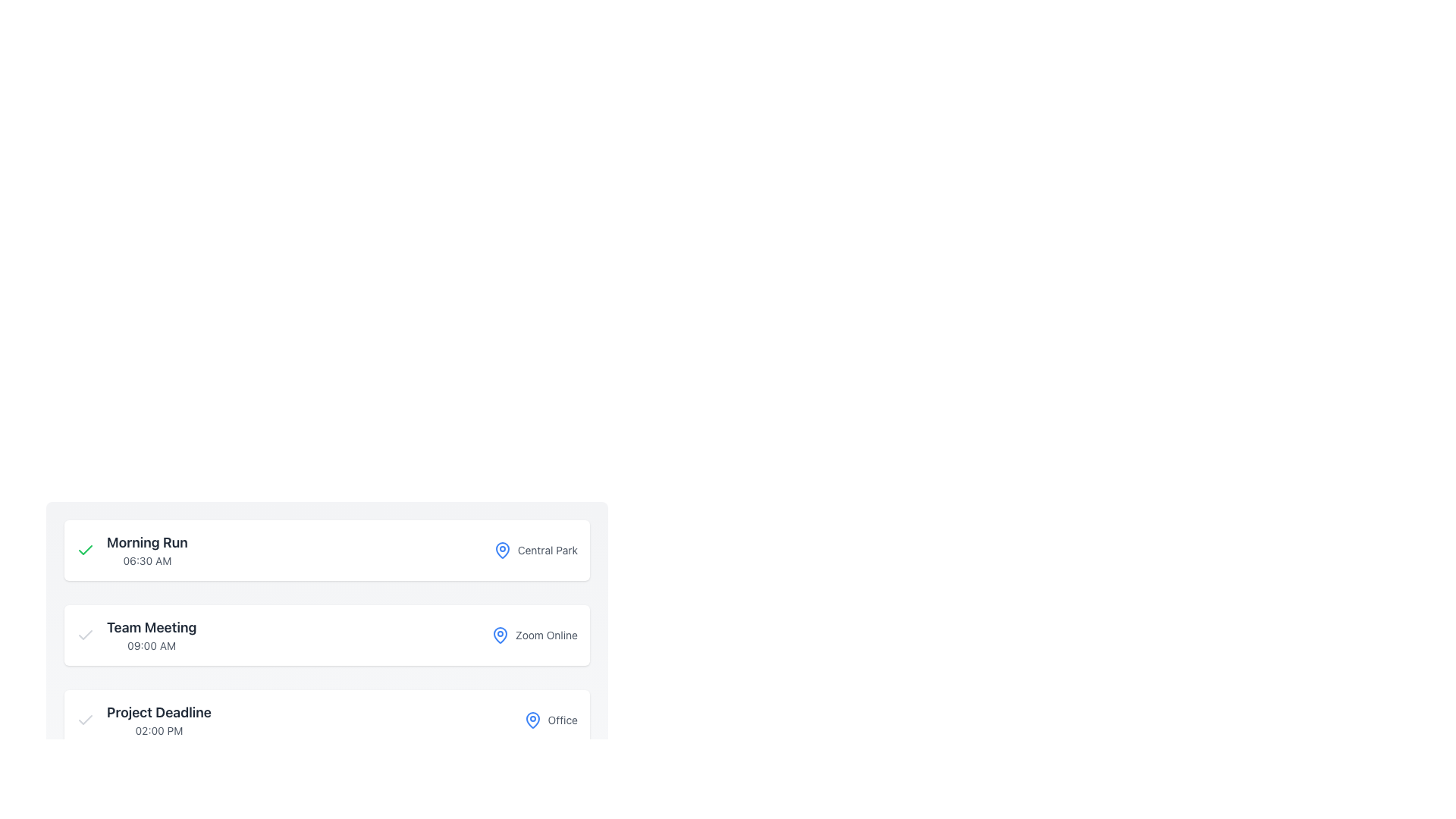  I want to click on the 'Project Deadline' element which includes a checkmark icon and the text '02:00 PM', located in the third card of the event cards, so click(143, 719).